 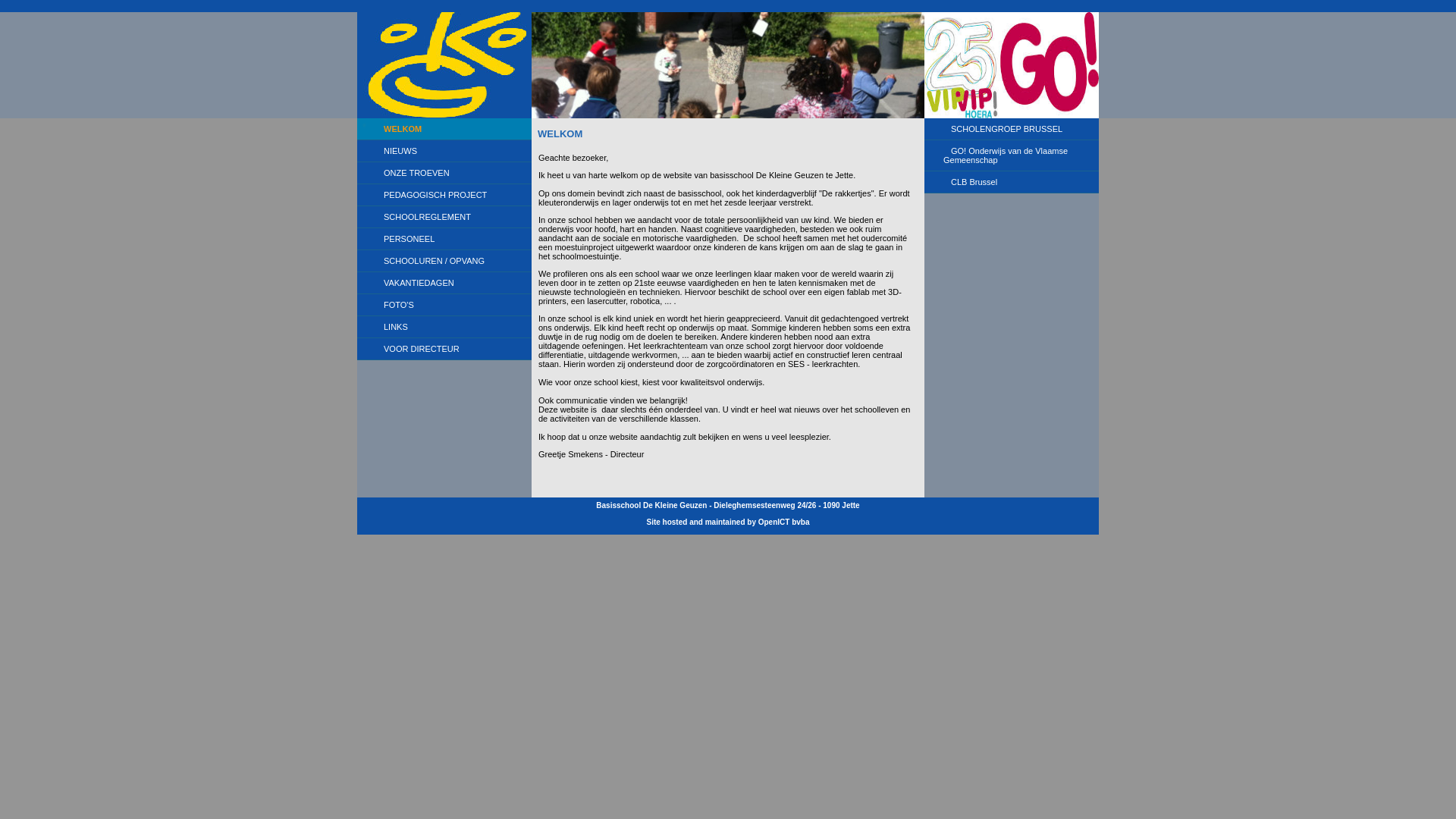 What do you see at coordinates (1012, 181) in the screenshot?
I see `'CLB Brussel'` at bounding box center [1012, 181].